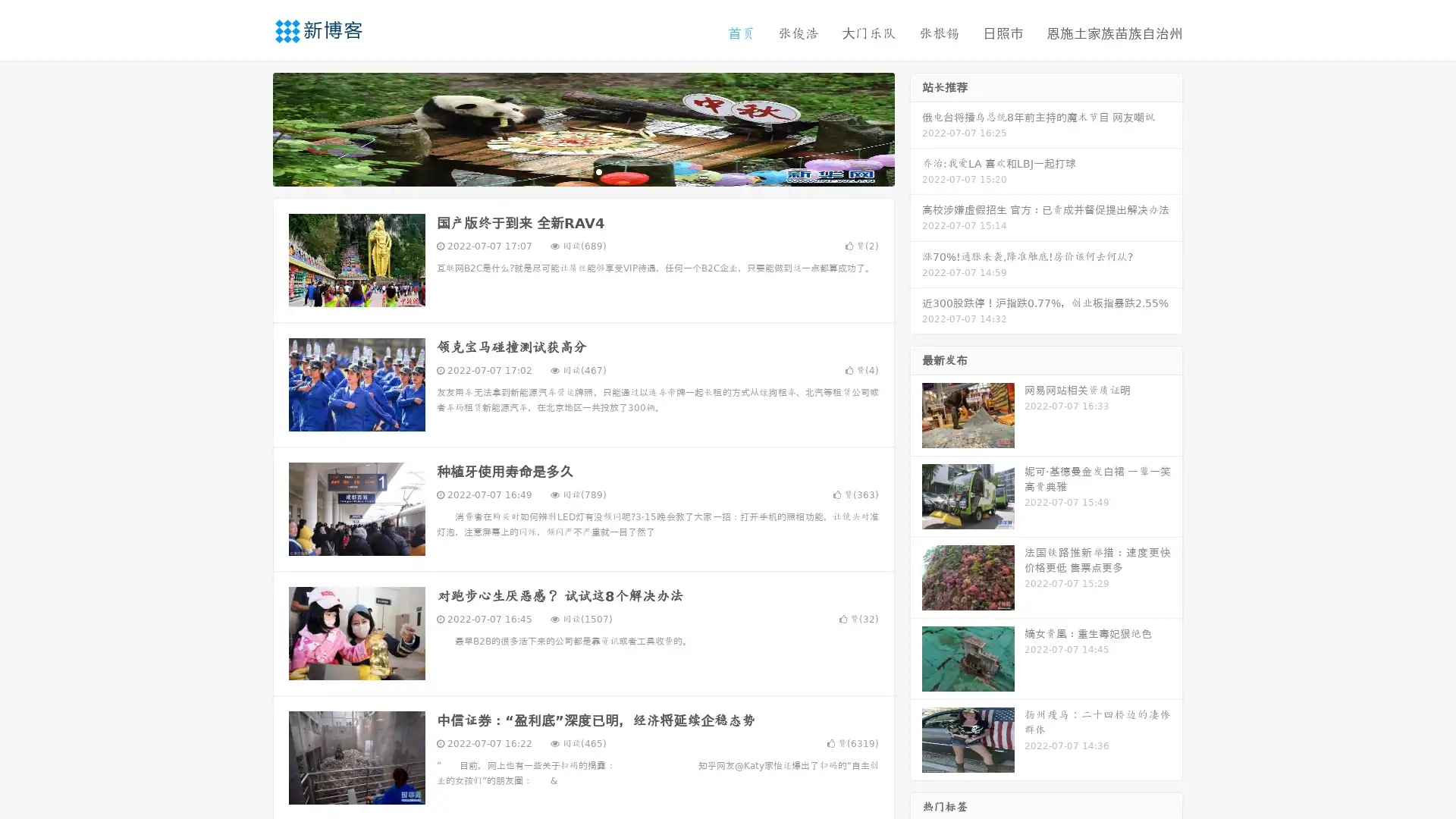  I want to click on Next slide, so click(916, 127).